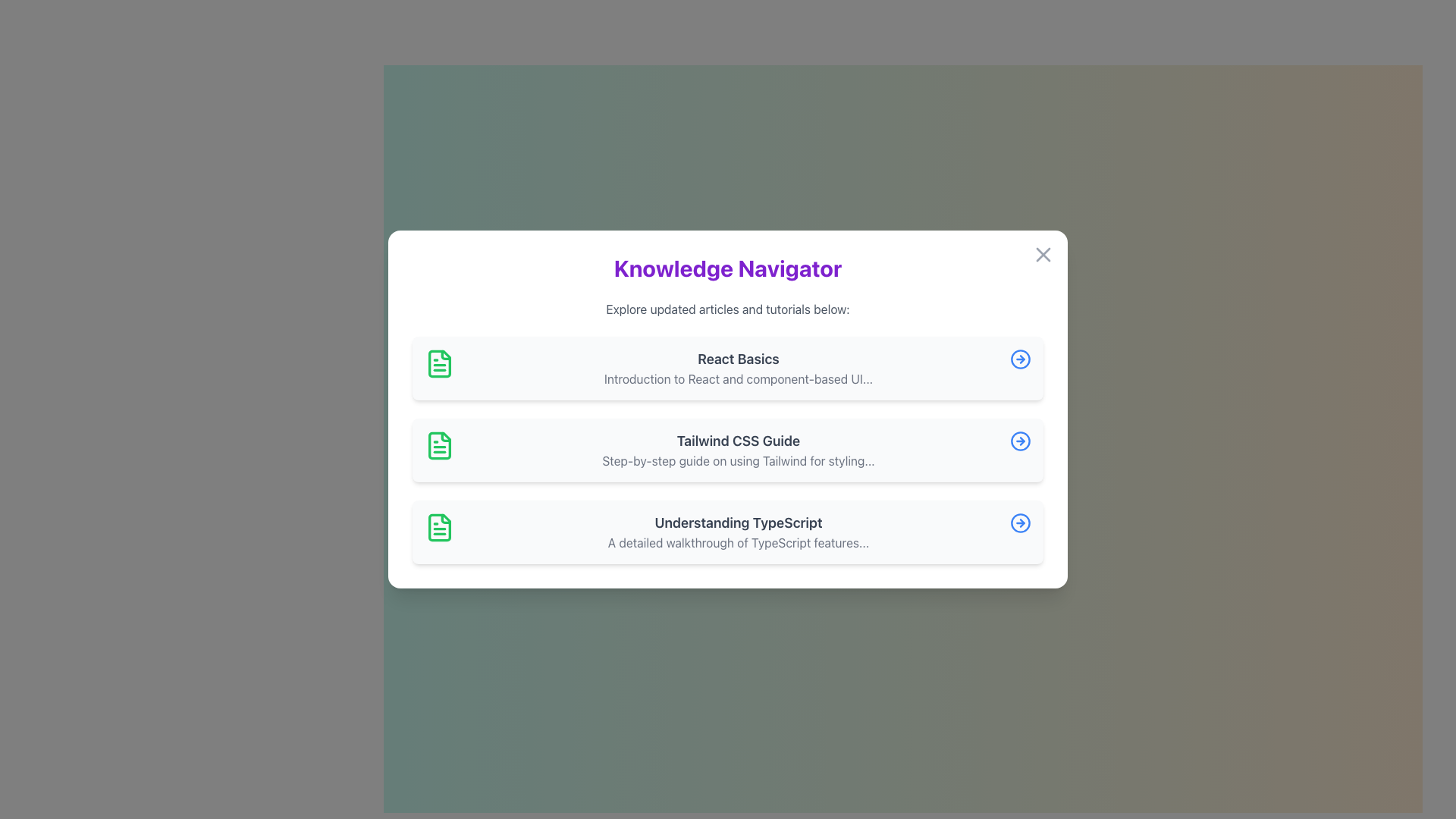 The width and height of the screenshot is (1456, 819). I want to click on the document icon representing the 'Tailwind CSS Guide', located to the left of its title in a vertical list of items, so click(439, 444).